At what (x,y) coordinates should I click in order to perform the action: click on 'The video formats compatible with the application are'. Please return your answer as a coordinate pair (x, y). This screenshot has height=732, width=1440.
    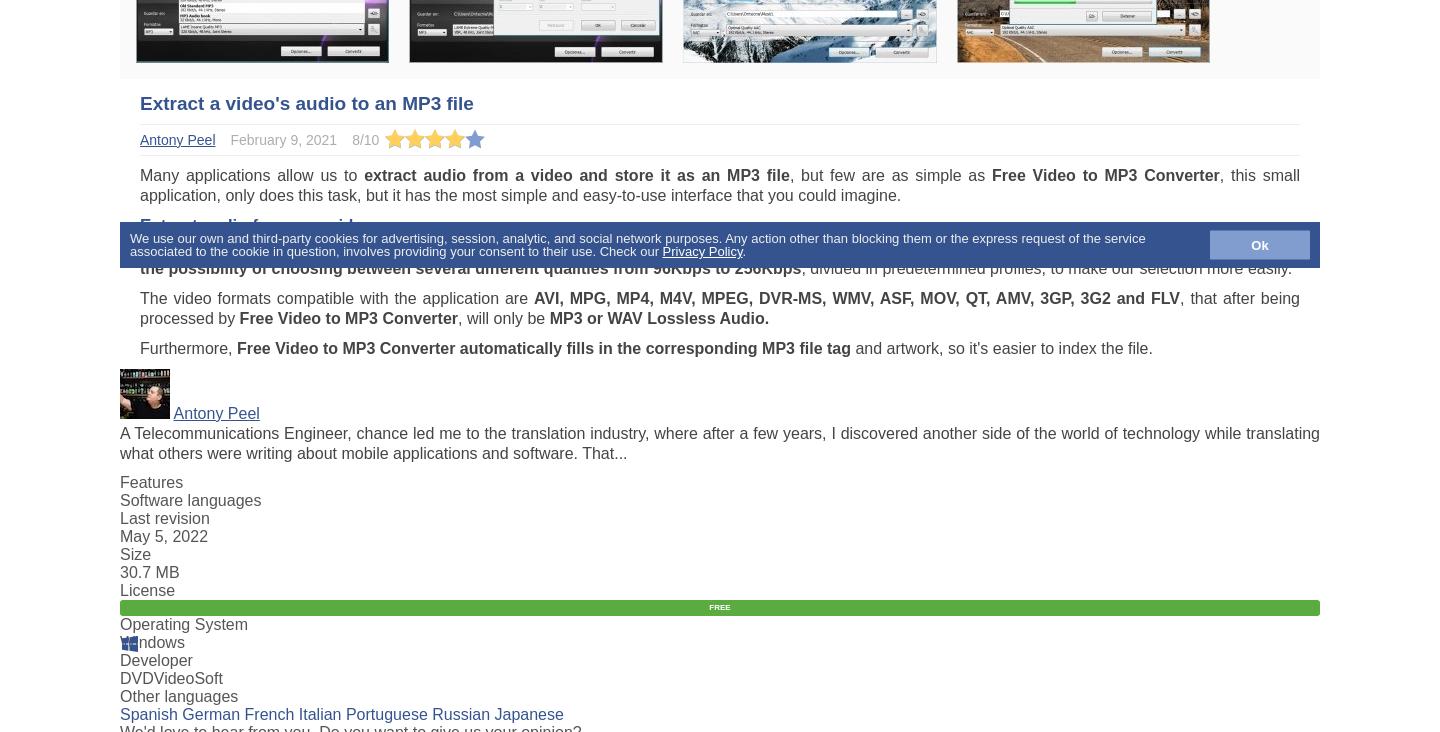
    Looking at the image, I should click on (336, 298).